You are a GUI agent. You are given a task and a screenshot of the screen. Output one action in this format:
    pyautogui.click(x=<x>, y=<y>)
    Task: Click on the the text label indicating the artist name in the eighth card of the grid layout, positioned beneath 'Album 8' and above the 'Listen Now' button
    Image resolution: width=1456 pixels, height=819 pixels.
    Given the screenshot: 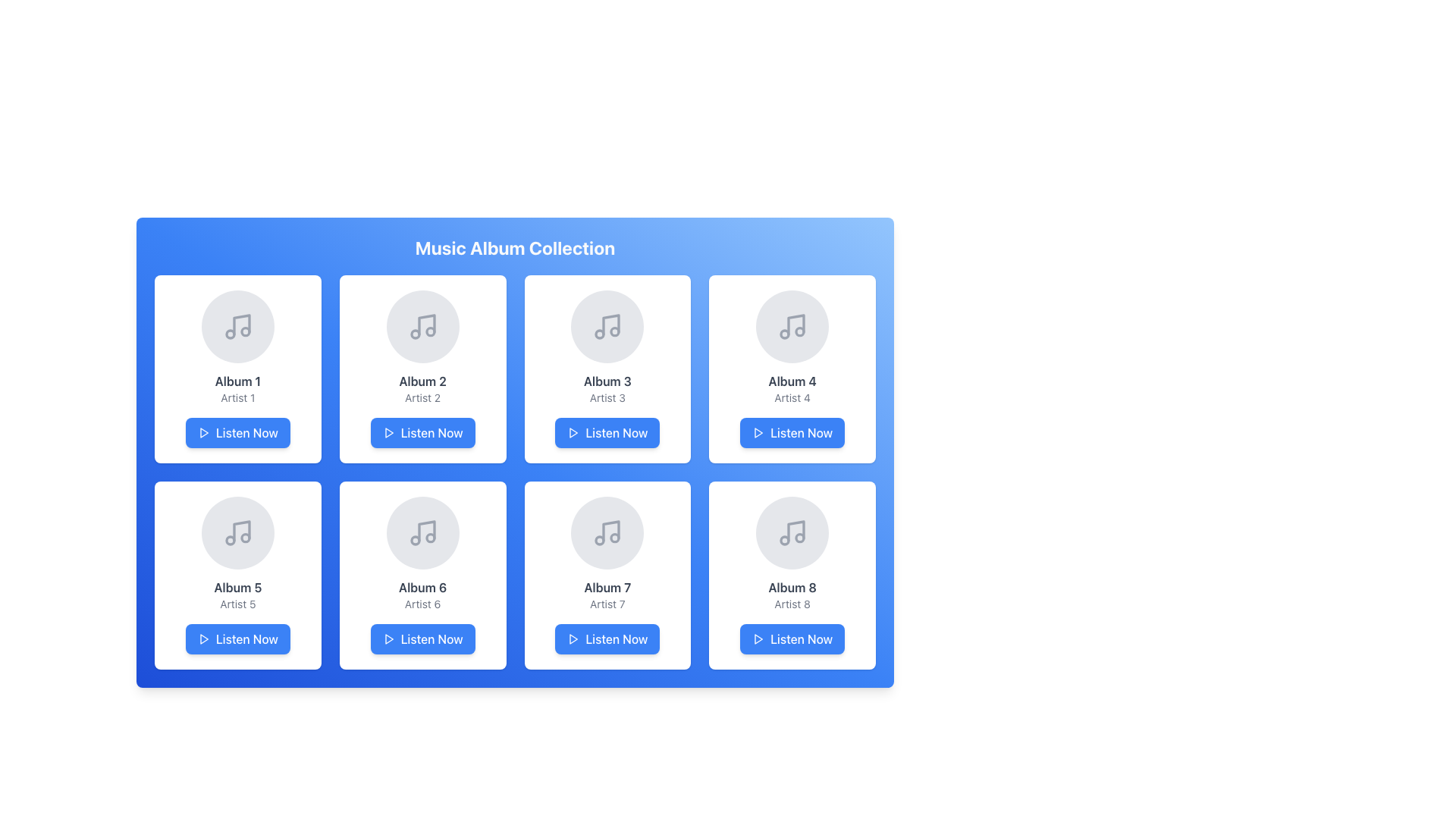 What is the action you would take?
    pyautogui.click(x=792, y=604)
    